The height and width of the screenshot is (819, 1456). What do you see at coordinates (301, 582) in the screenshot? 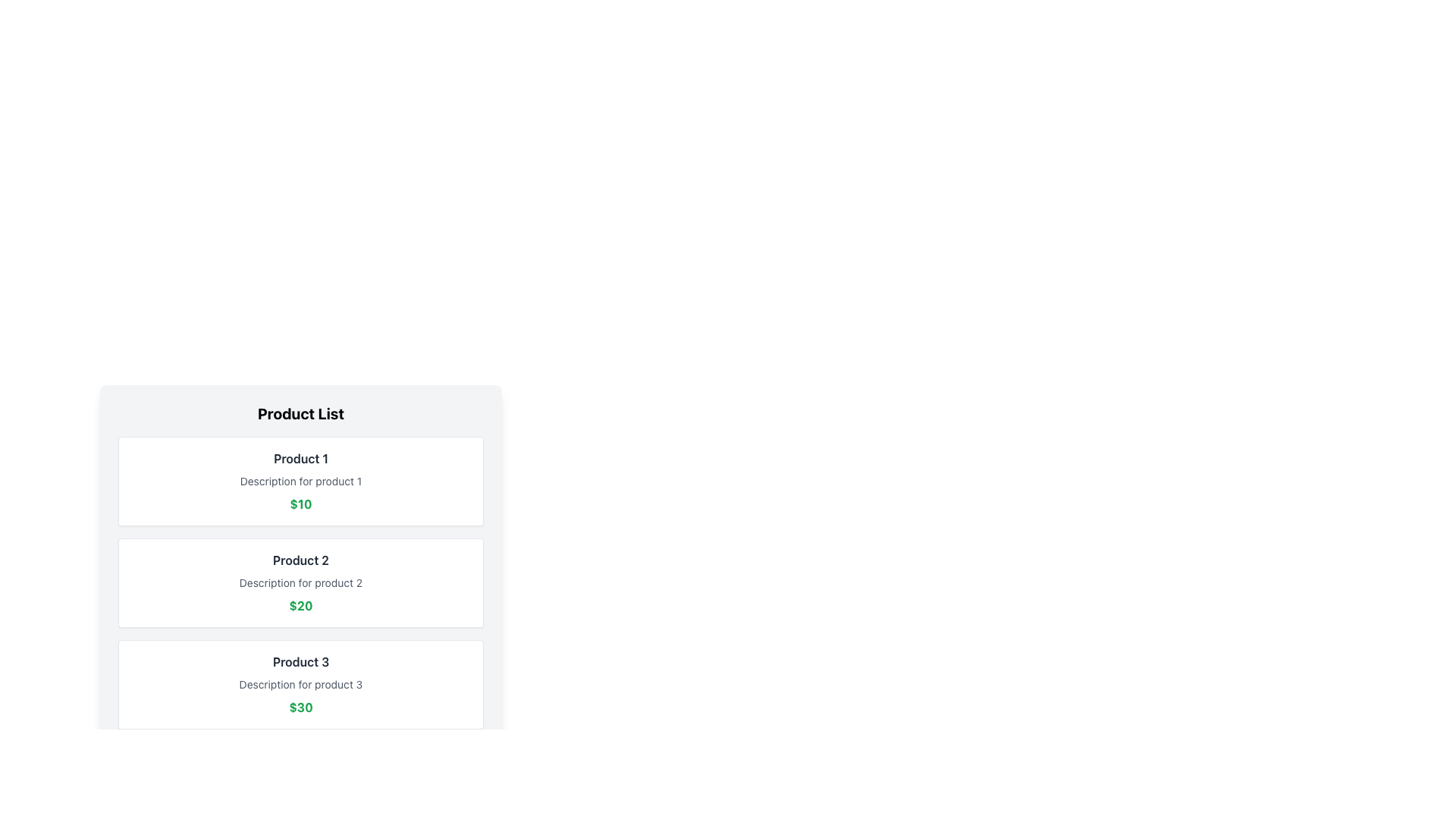
I see `text from the second product card in the product catalog, which displays the product name, description, and price` at bounding box center [301, 582].